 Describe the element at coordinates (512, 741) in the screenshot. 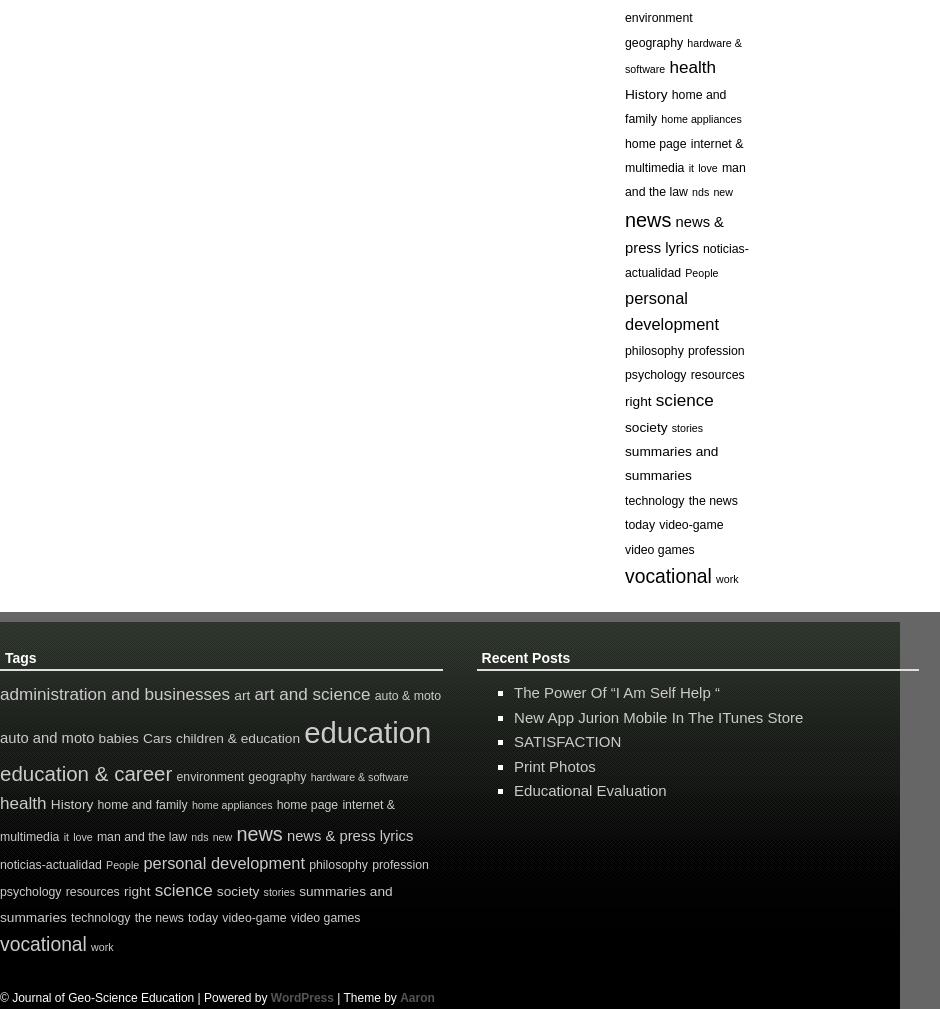

I see `'SATISFACTION'` at that location.